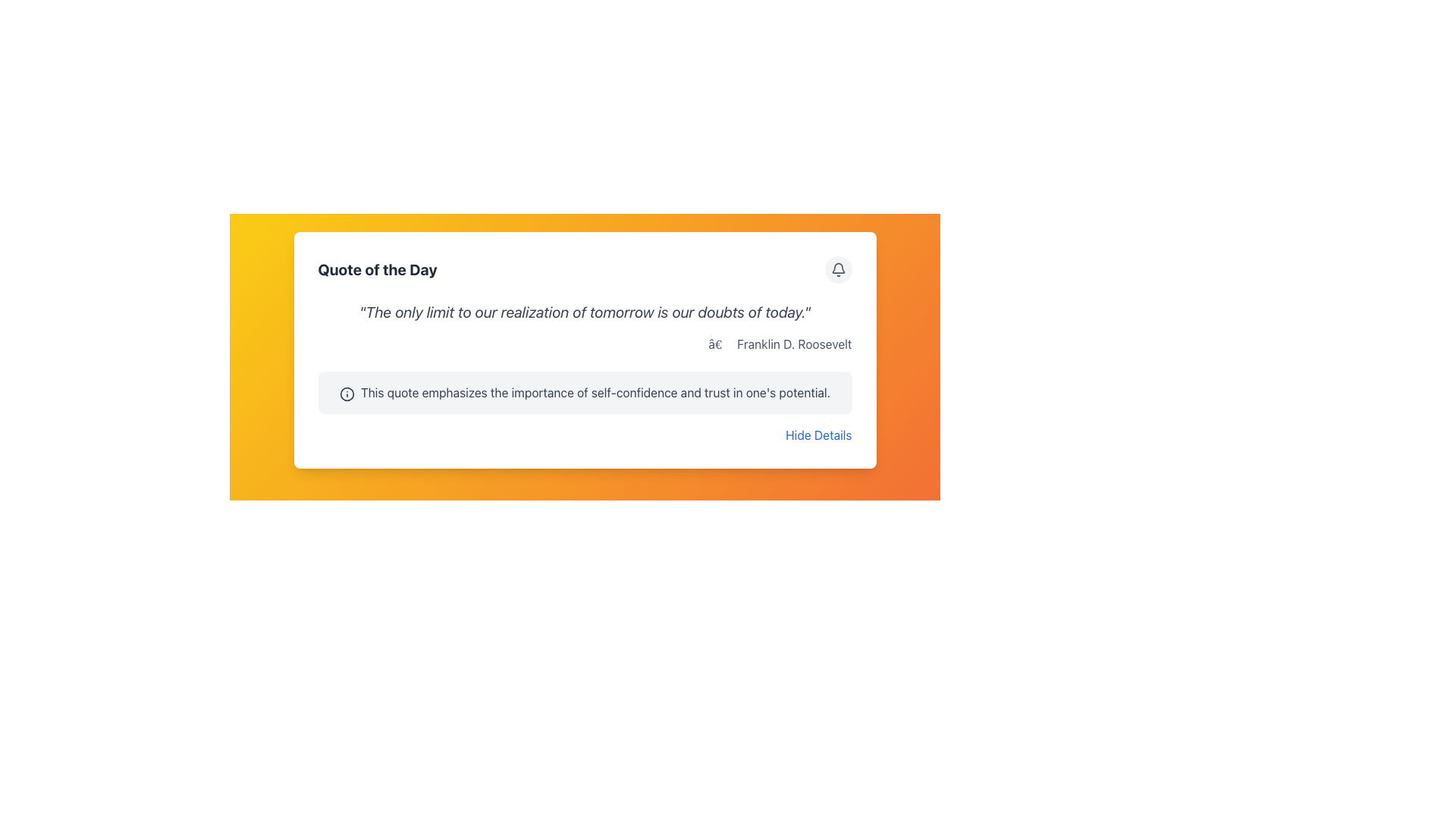 This screenshot has width=1456, height=819. What do you see at coordinates (817, 435) in the screenshot?
I see `the text link located at the bottom right corner of the card component` at bounding box center [817, 435].